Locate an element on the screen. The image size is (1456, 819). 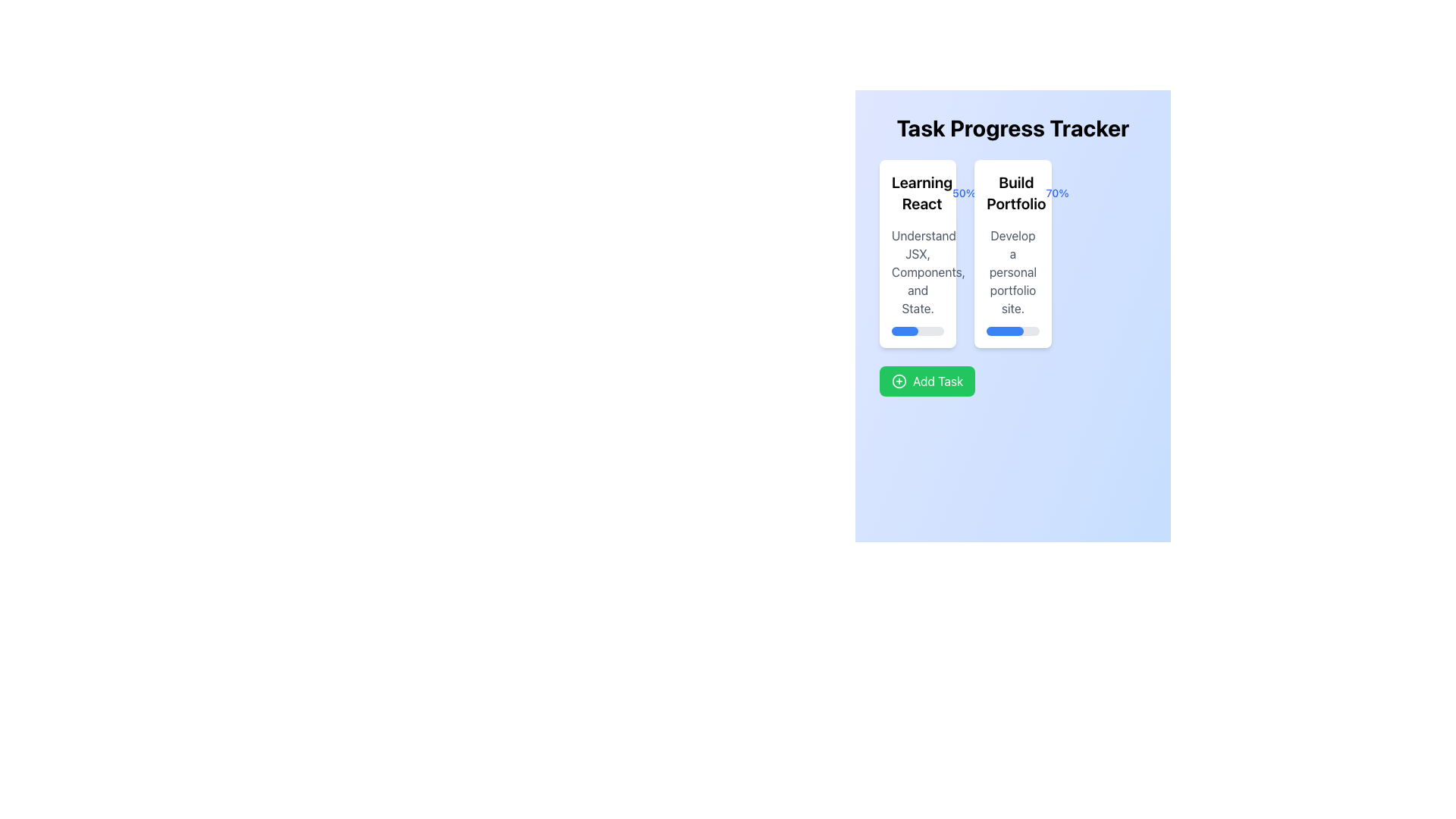
the progress bar located at the bottom of the 'Build Portfolio' task card is located at coordinates (1012, 330).